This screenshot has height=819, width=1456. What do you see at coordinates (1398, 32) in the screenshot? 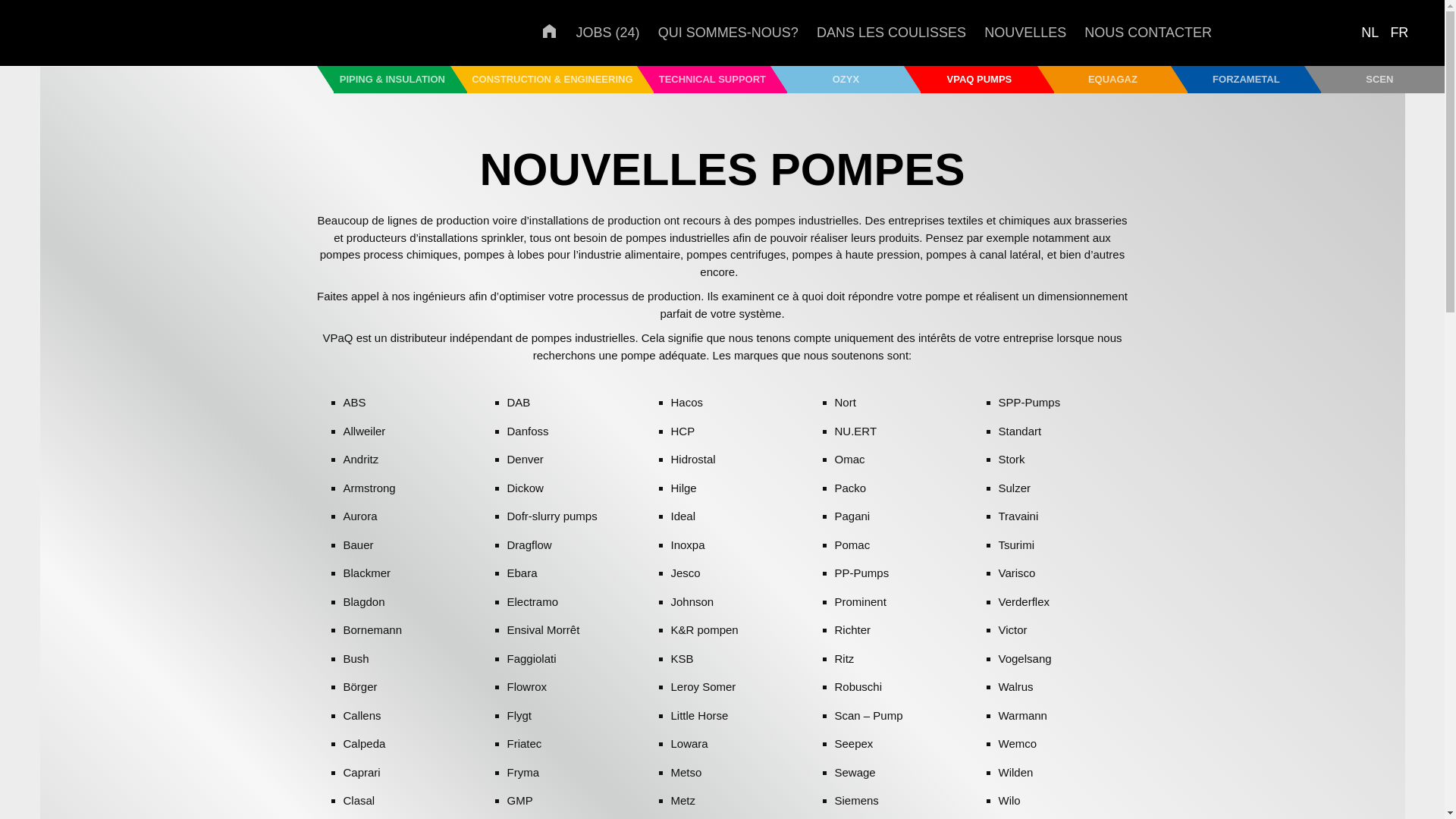
I see `'FR'` at bounding box center [1398, 32].